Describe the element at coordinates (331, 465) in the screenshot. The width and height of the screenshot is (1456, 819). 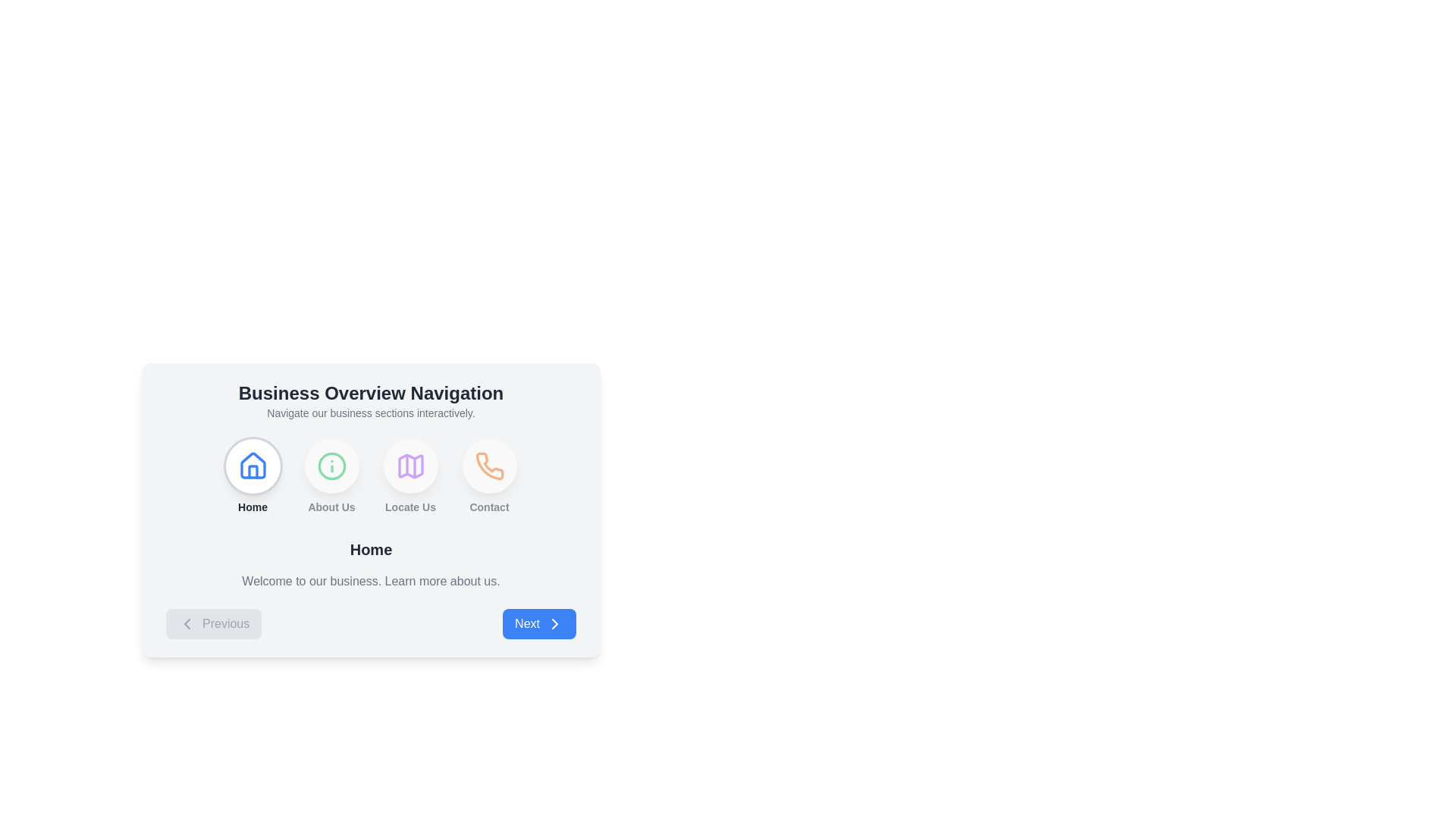
I see `the 'About Us' IconButton in the navigation section` at that location.